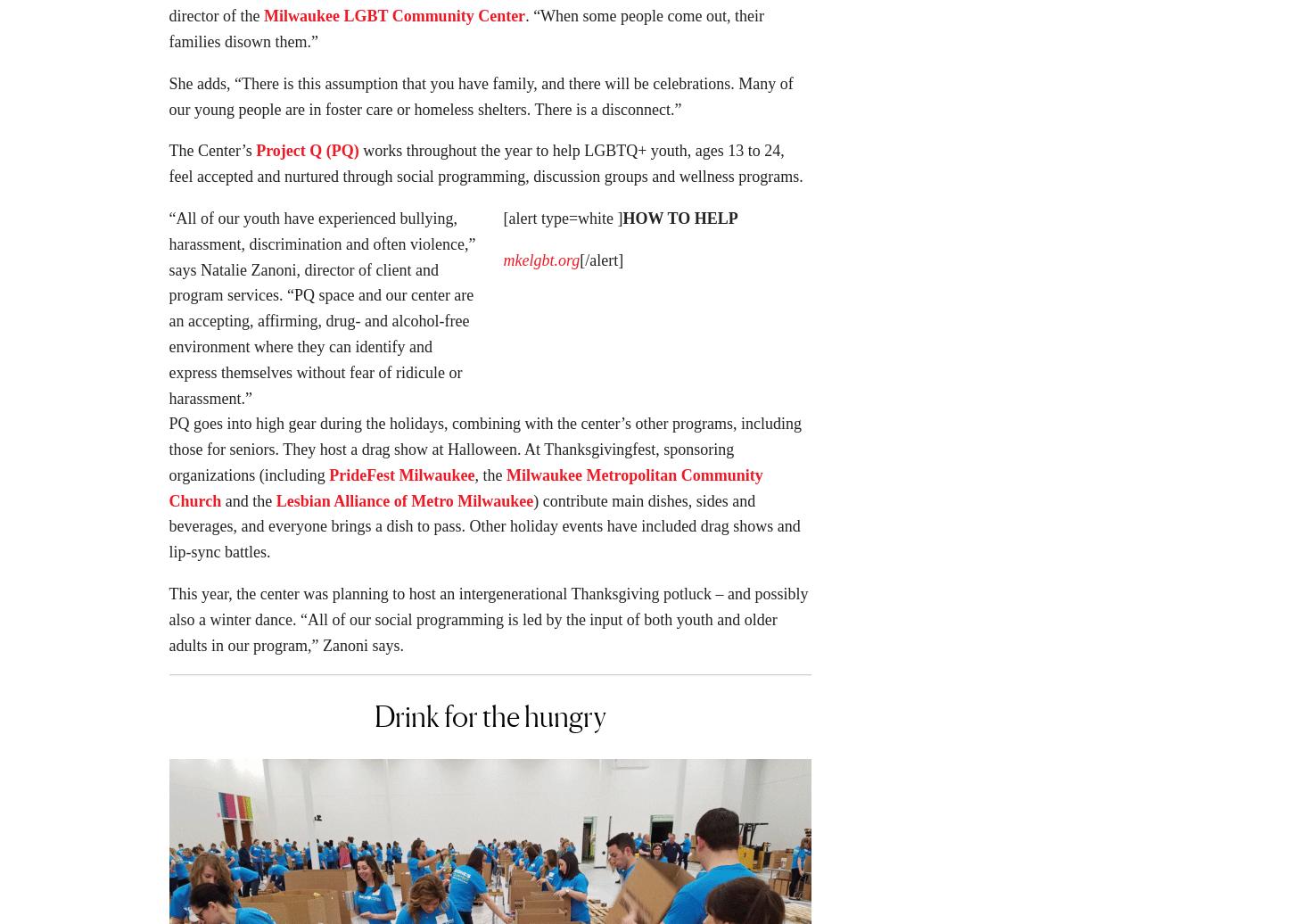 This screenshot has height=924, width=1293. I want to click on ') contribute main dishes, sides and beverages, and everyone brings a dish to pass. Other holiday events have included drag shows and lip-sync battles.', so click(484, 532).